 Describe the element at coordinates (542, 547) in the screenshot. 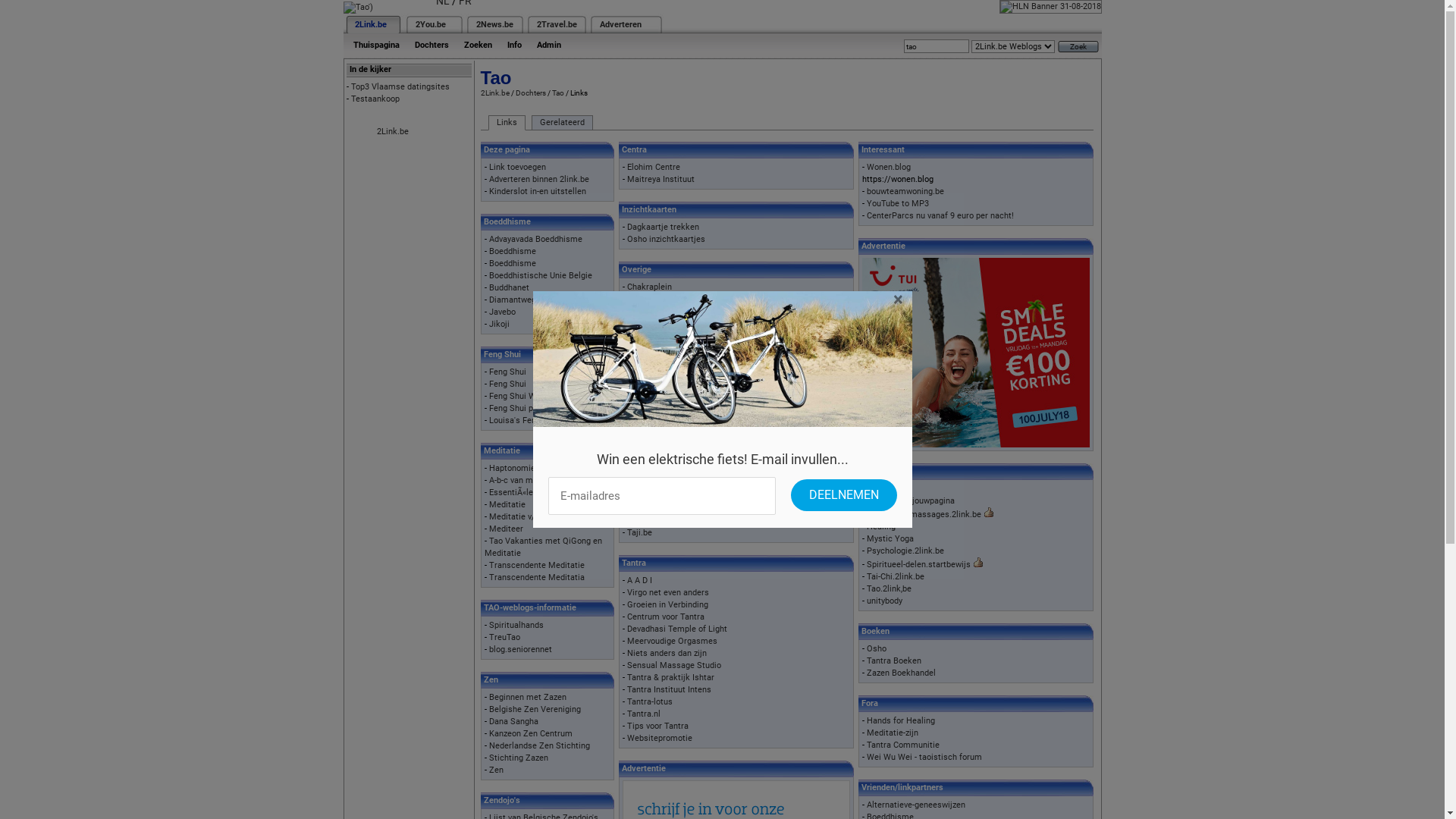

I see `'Tao Vakanties met QiGong en Meditatie'` at that location.